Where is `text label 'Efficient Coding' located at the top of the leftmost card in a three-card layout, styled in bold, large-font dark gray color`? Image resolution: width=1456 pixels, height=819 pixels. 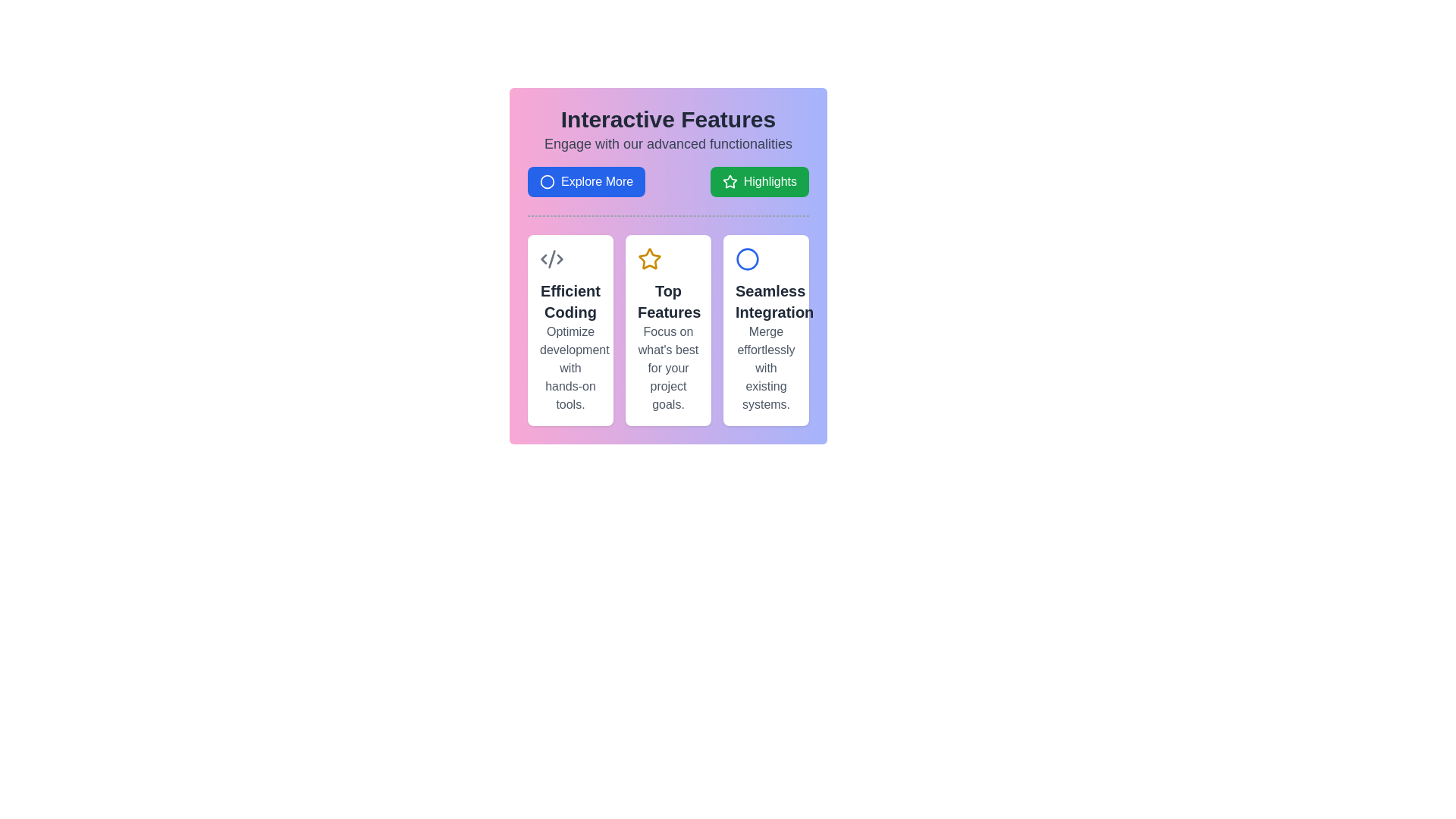 text label 'Efficient Coding' located at the top of the leftmost card in a three-card layout, styled in bold, large-font dark gray color is located at coordinates (570, 301).